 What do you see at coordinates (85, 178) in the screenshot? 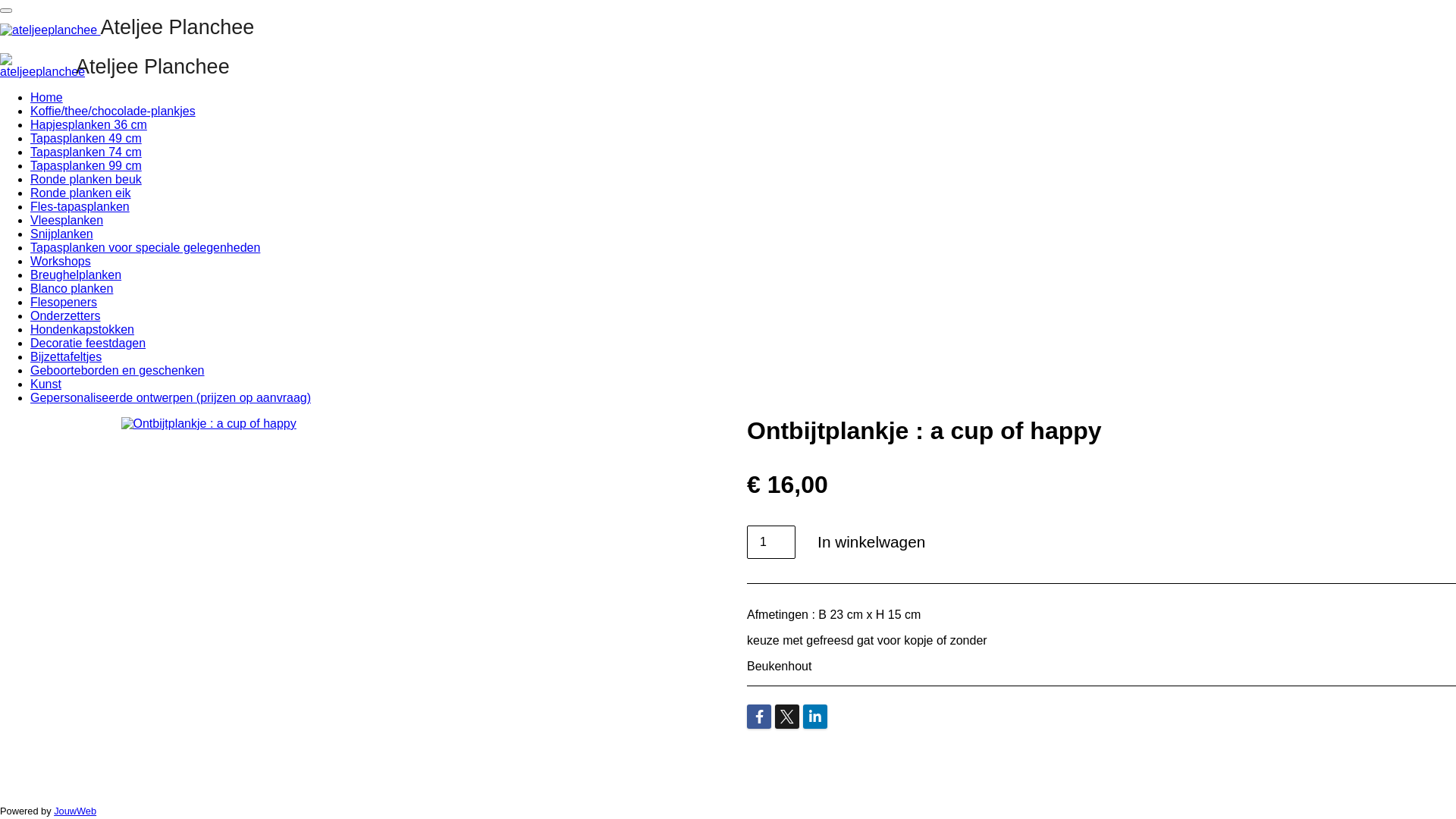
I see `'Ronde planken beuk'` at bounding box center [85, 178].